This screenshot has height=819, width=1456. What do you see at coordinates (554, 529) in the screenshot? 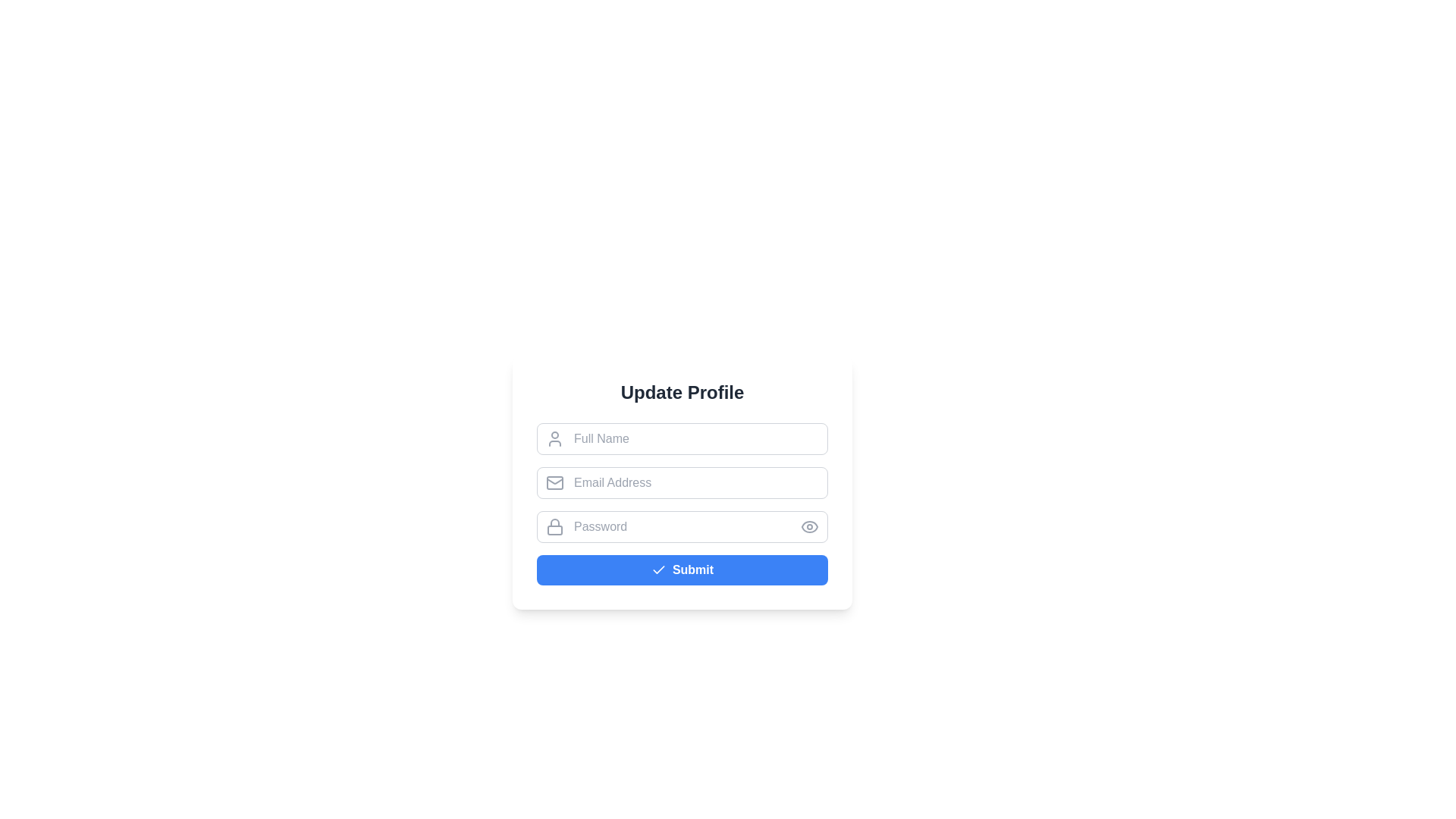
I see `the small rectangular decorative graphic element located within the lock icon, which is positioned to the left of the password input field` at bounding box center [554, 529].